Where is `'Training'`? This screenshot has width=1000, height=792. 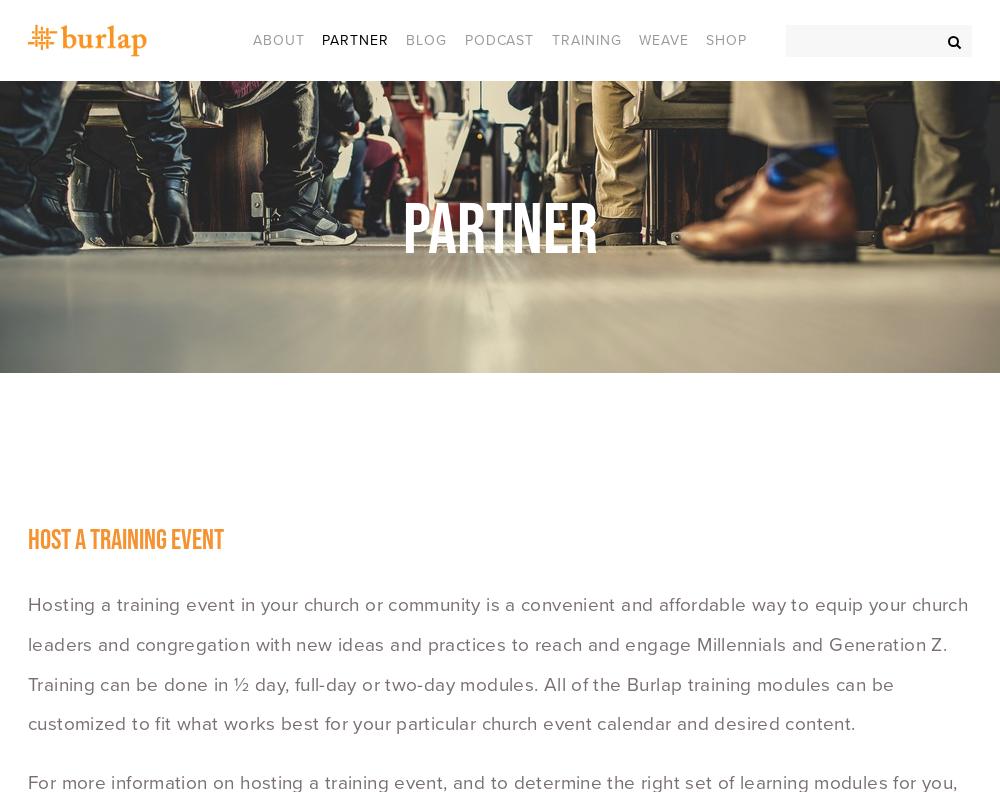 'Training' is located at coordinates (551, 38).